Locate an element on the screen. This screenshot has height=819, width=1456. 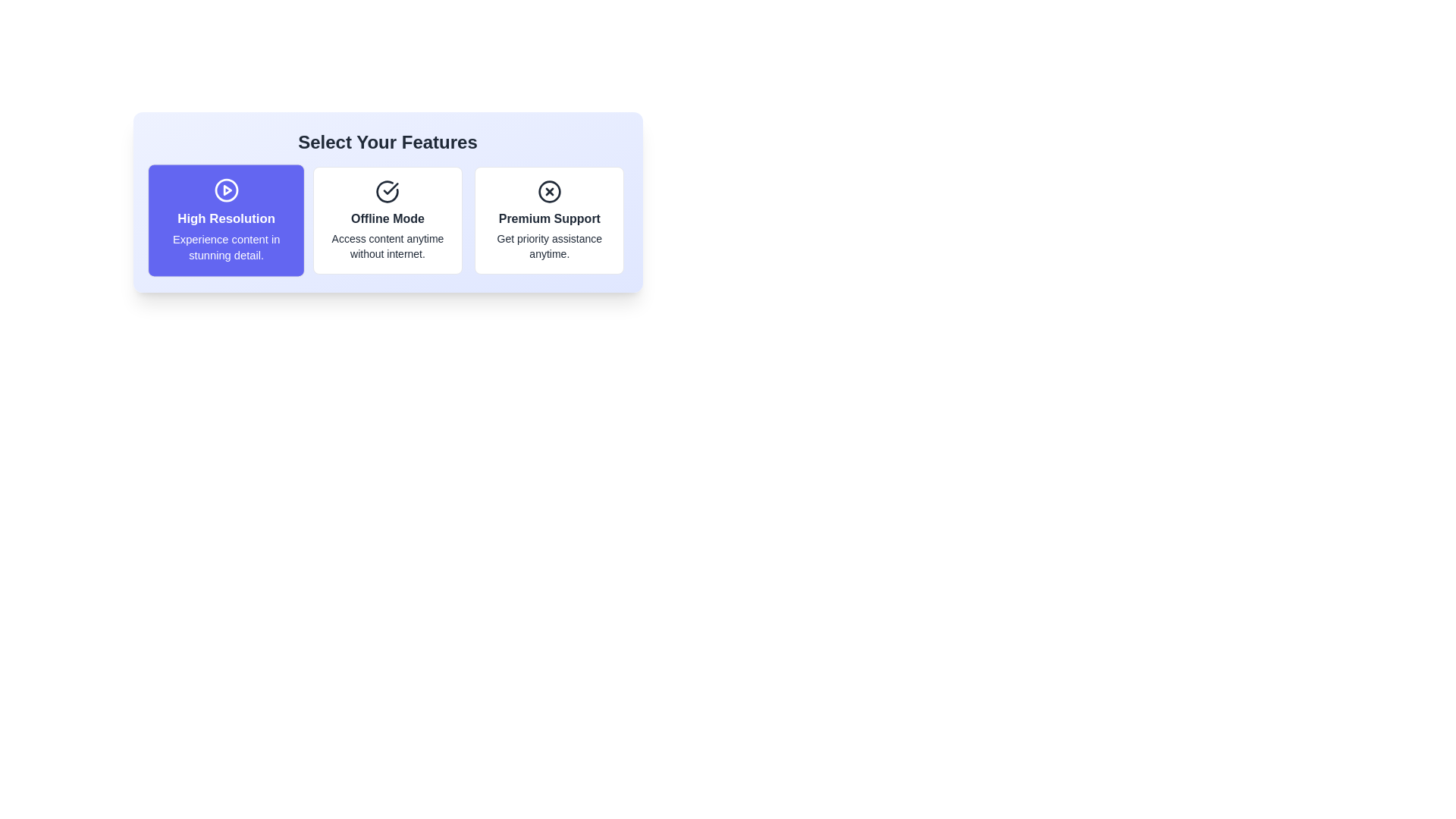
the play/start icon located in the upper section of the 'High Resolution' card, which is centrally aligned above the 'High Resolution' title text is located at coordinates (225, 190).